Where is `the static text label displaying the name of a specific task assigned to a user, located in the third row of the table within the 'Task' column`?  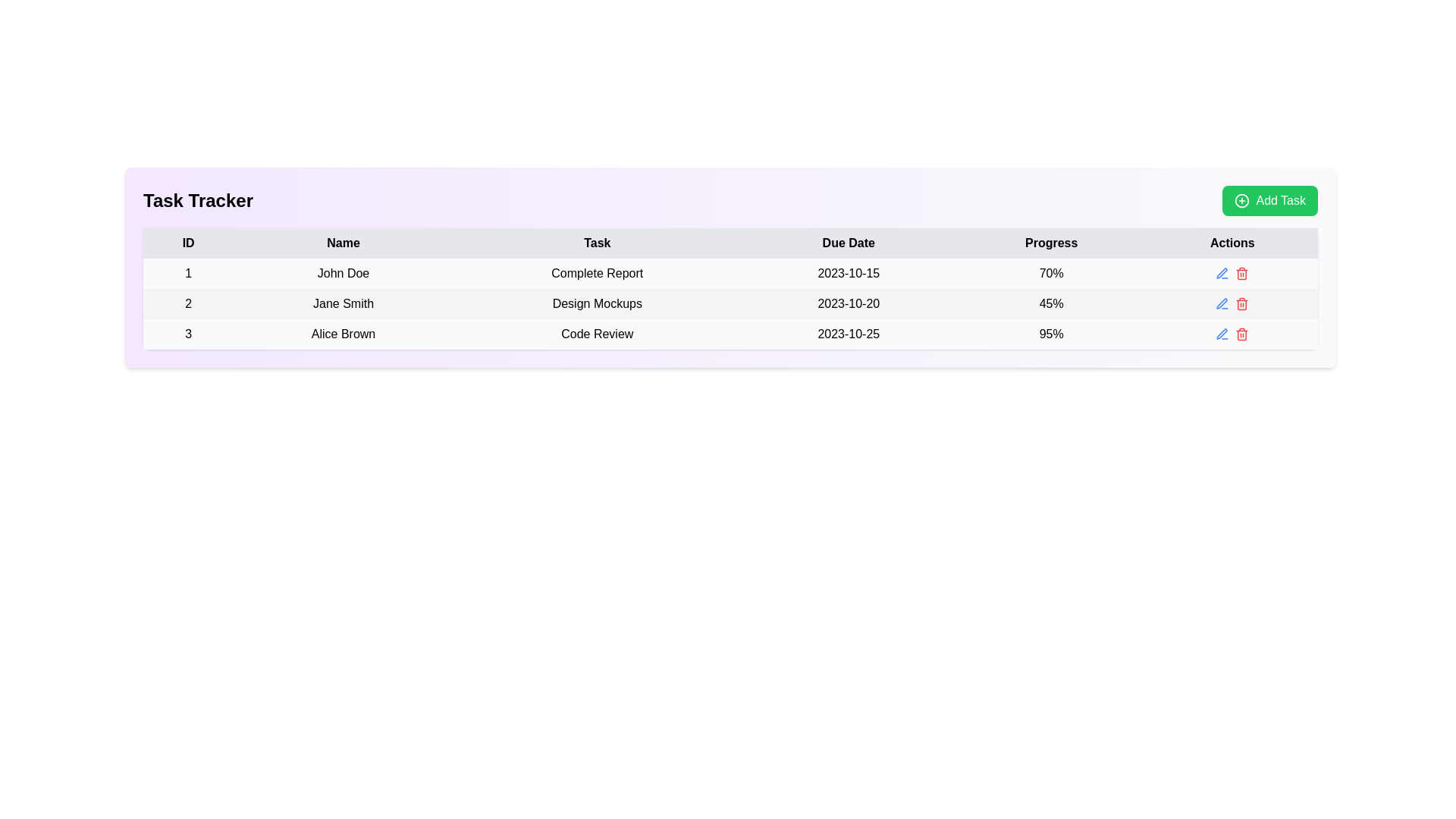 the static text label displaying the name of a specific task assigned to a user, located in the third row of the table within the 'Task' column is located at coordinates (596, 333).